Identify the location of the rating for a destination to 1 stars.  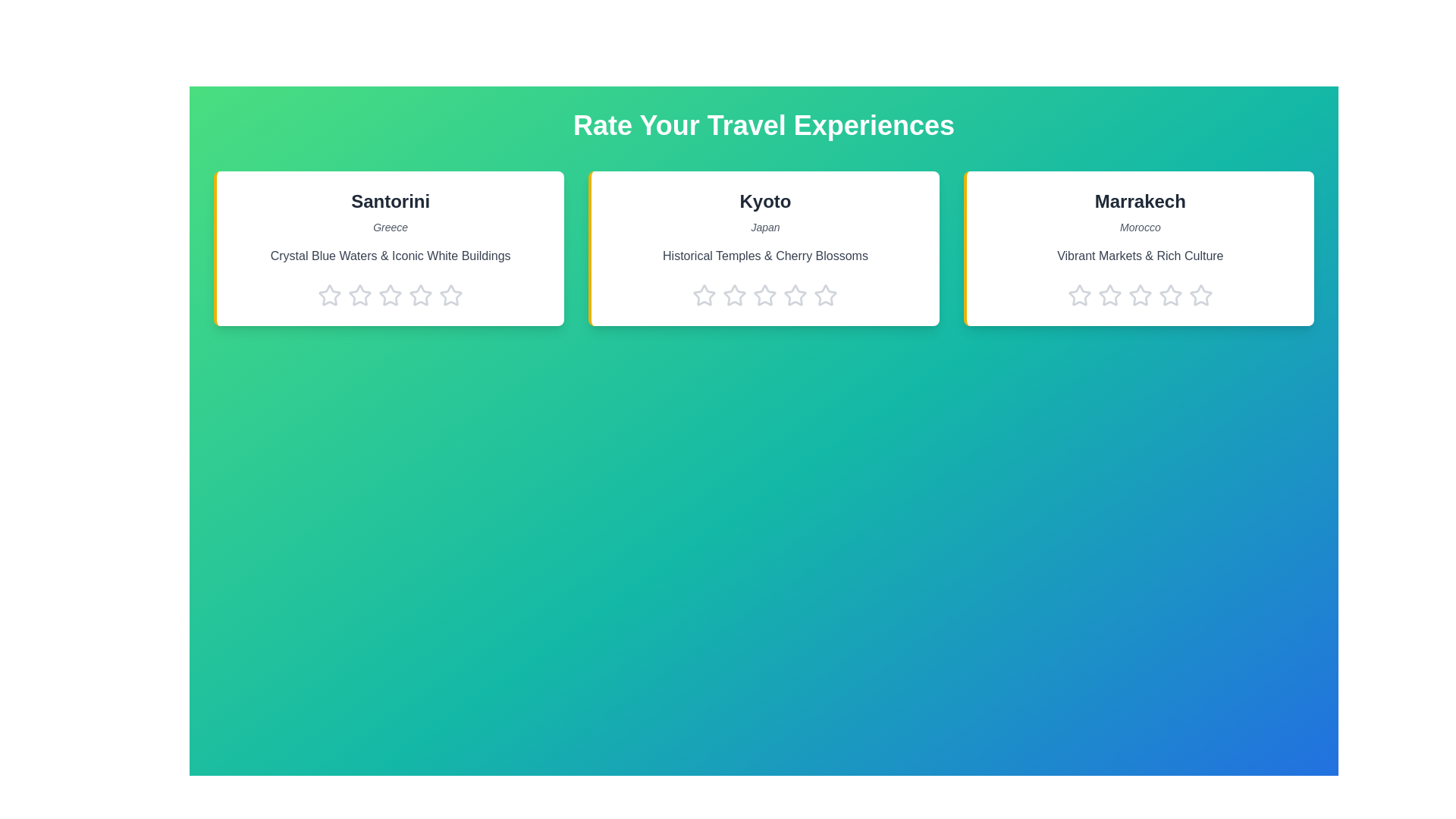
(329, 295).